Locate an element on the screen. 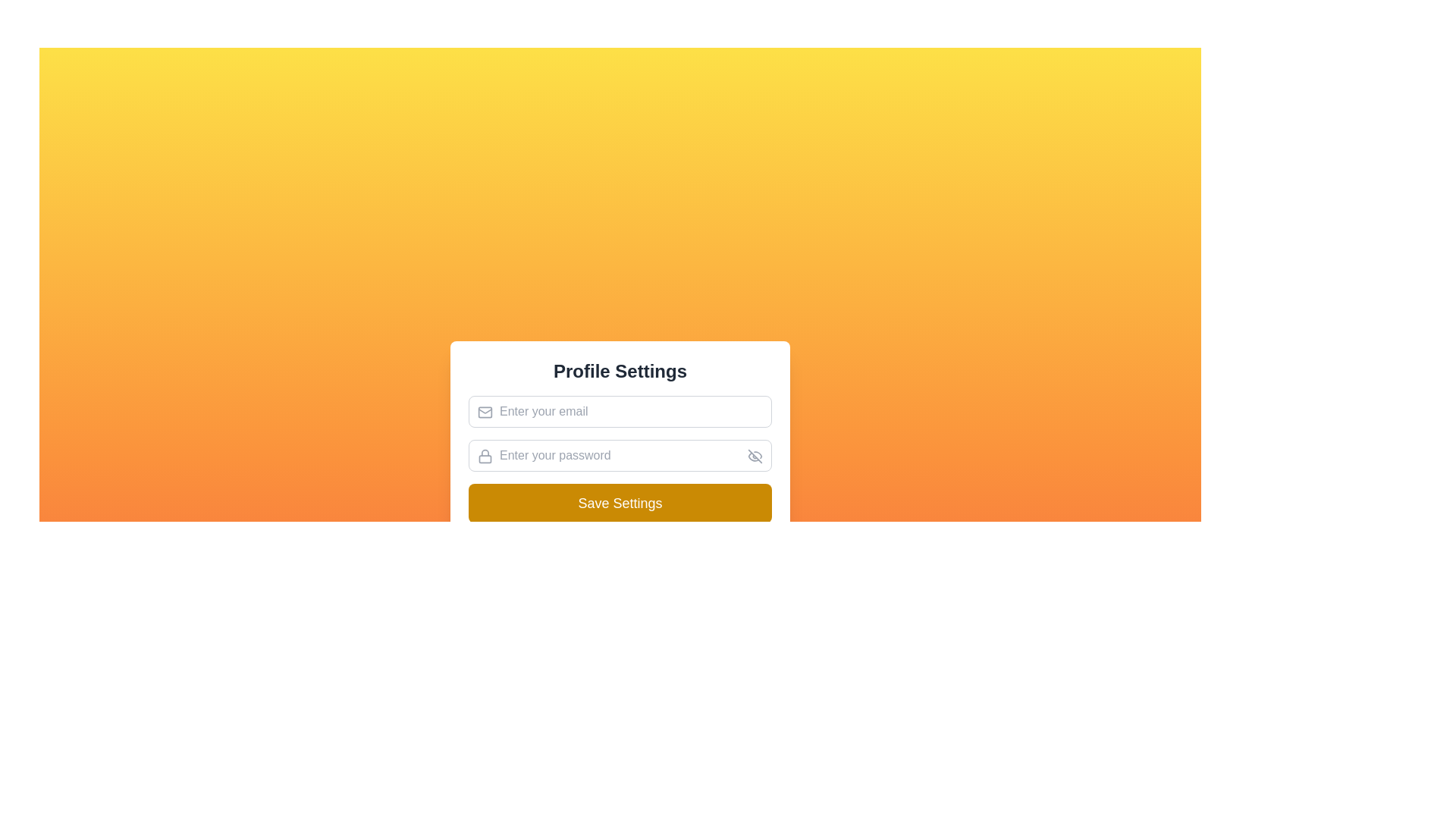  the 'eye-off' icon in the 'Profile Settings' card, which is used to toggle the visibility of the password input is located at coordinates (755, 455).